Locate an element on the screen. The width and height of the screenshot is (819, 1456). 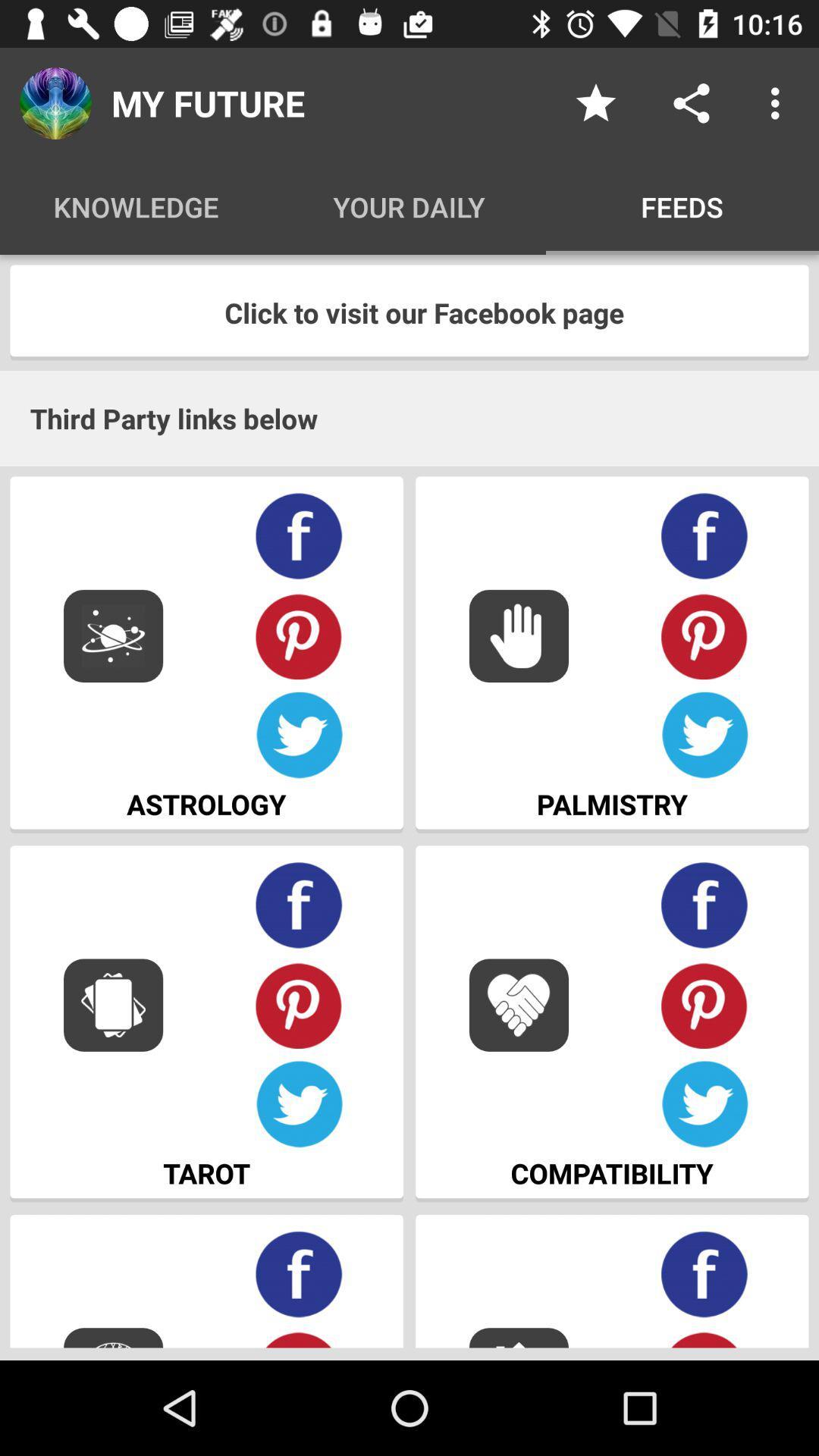
open pintrest is located at coordinates (704, 1005).